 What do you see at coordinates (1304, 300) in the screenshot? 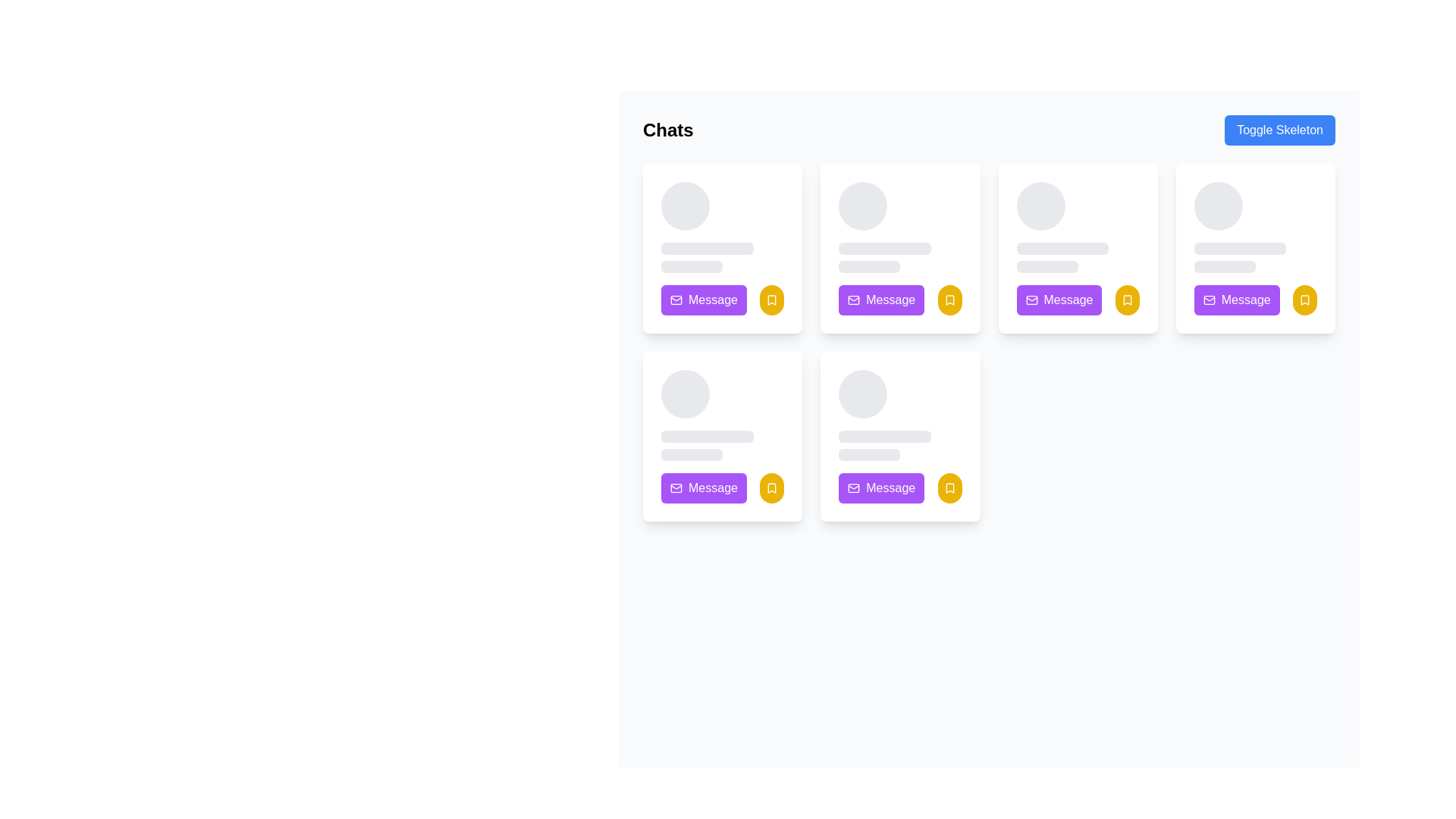
I see `the yellow bookmark icon located in the bottom-right corner of the card, adjacent to the 'Message' button` at bounding box center [1304, 300].